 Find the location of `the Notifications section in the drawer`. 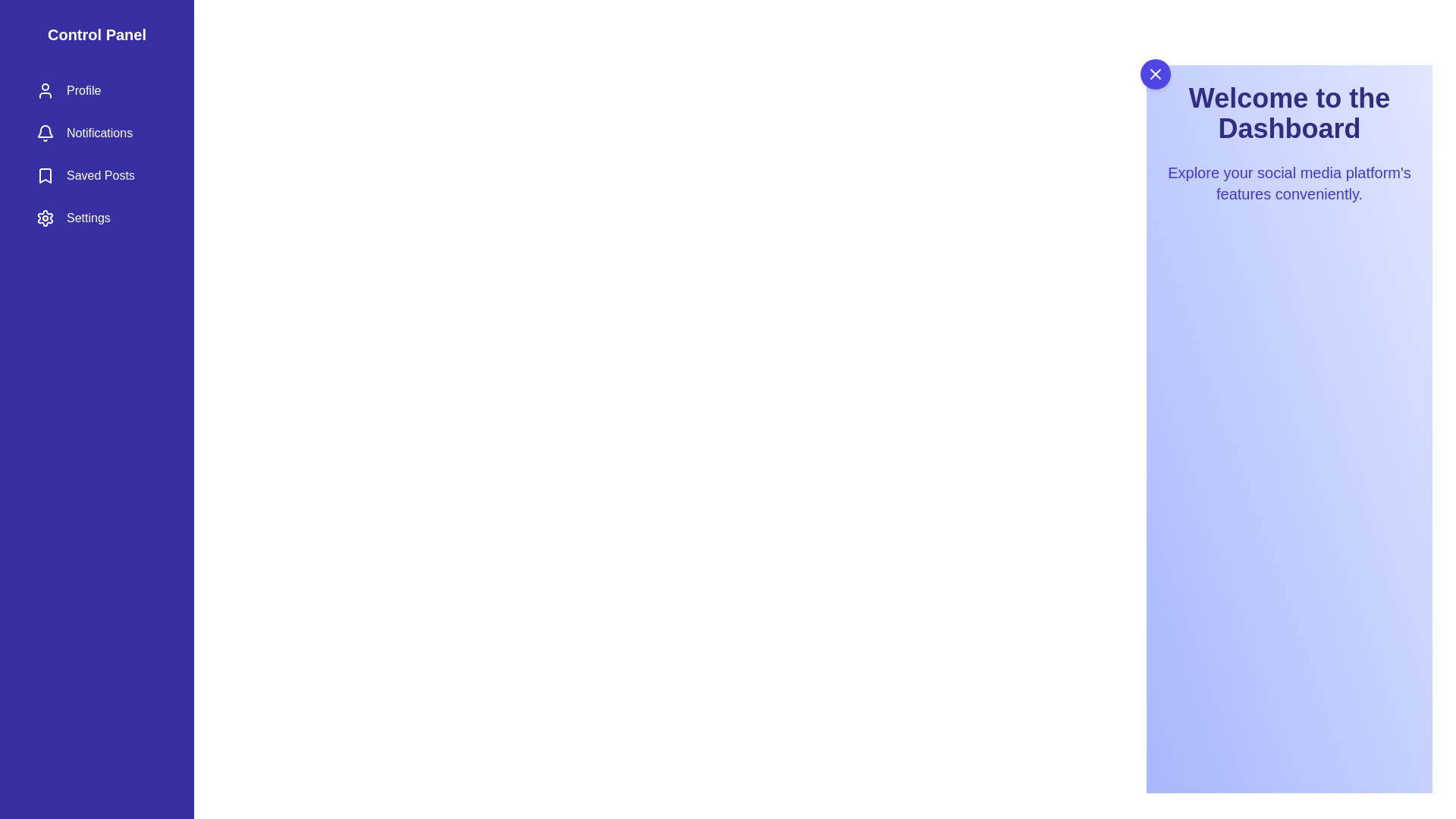

the Notifications section in the drawer is located at coordinates (96, 133).